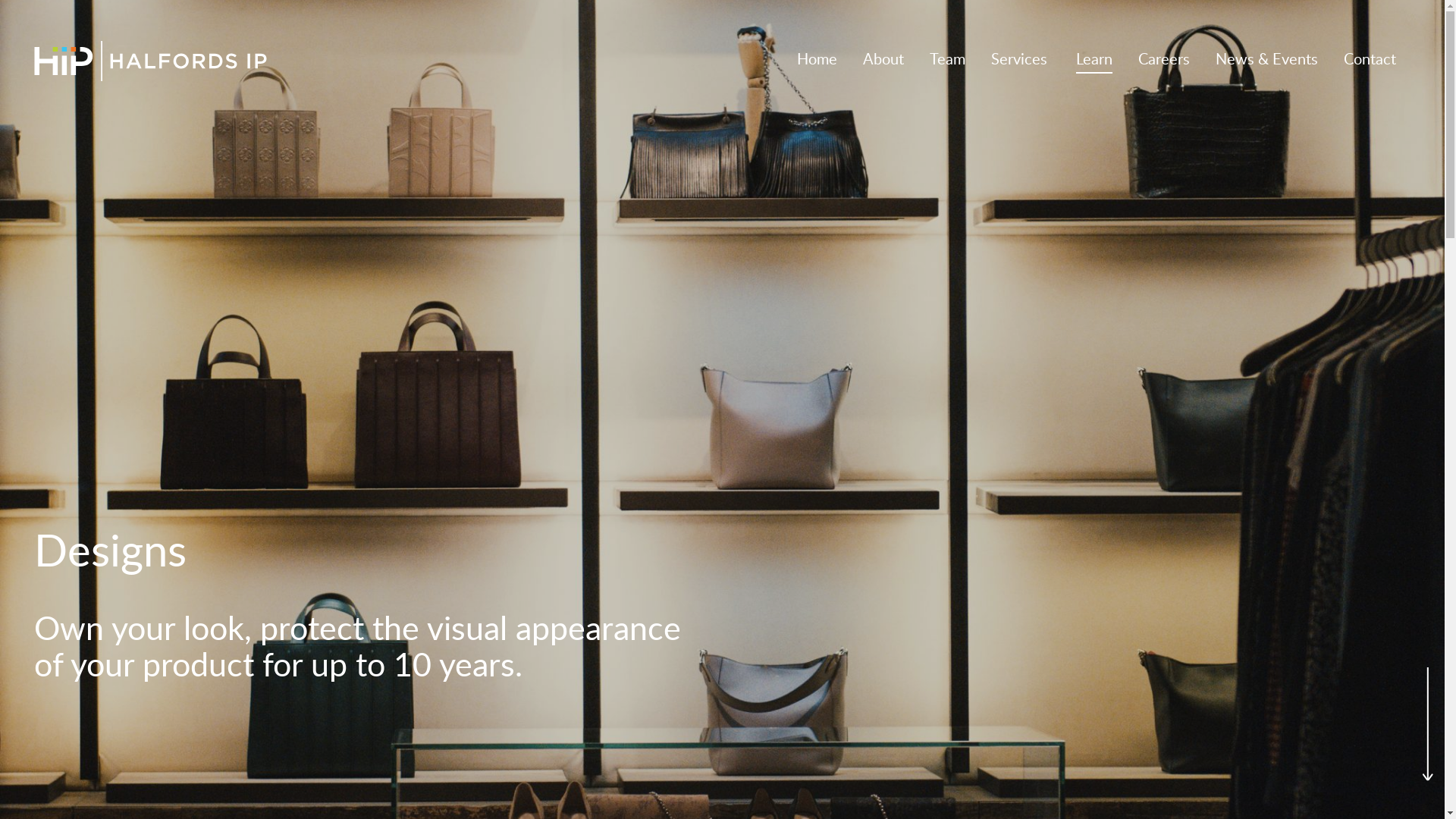 The height and width of the screenshot is (819, 1456). What do you see at coordinates (1163, 60) in the screenshot?
I see `'Careers'` at bounding box center [1163, 60].